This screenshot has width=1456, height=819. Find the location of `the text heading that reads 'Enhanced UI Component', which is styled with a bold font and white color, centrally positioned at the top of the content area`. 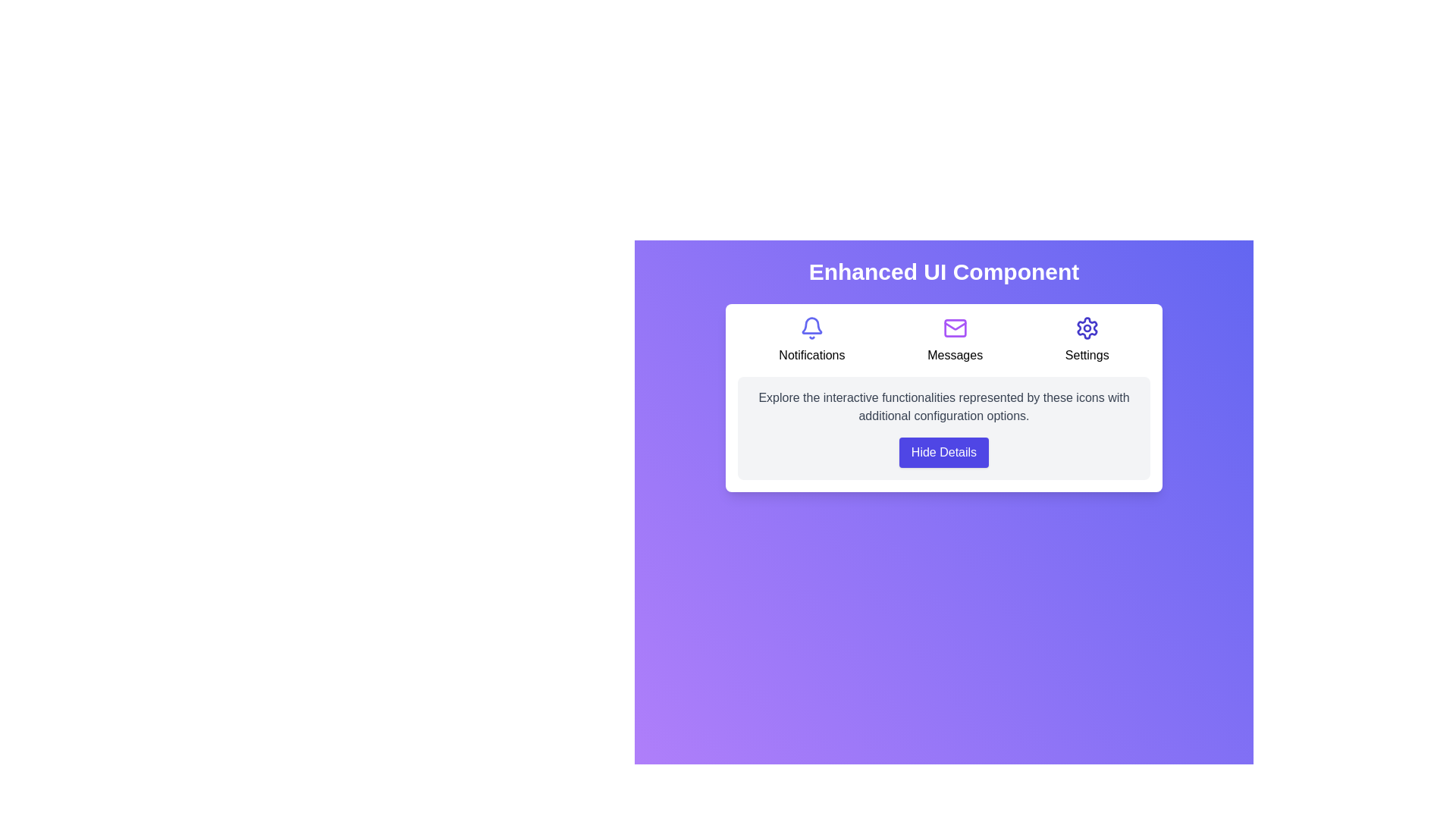

the text heading that reads 'Enhanced UI Component', which is styled with a bold font and white color, centrally positioned at the top of the content area is located at coordinates (943, 271).